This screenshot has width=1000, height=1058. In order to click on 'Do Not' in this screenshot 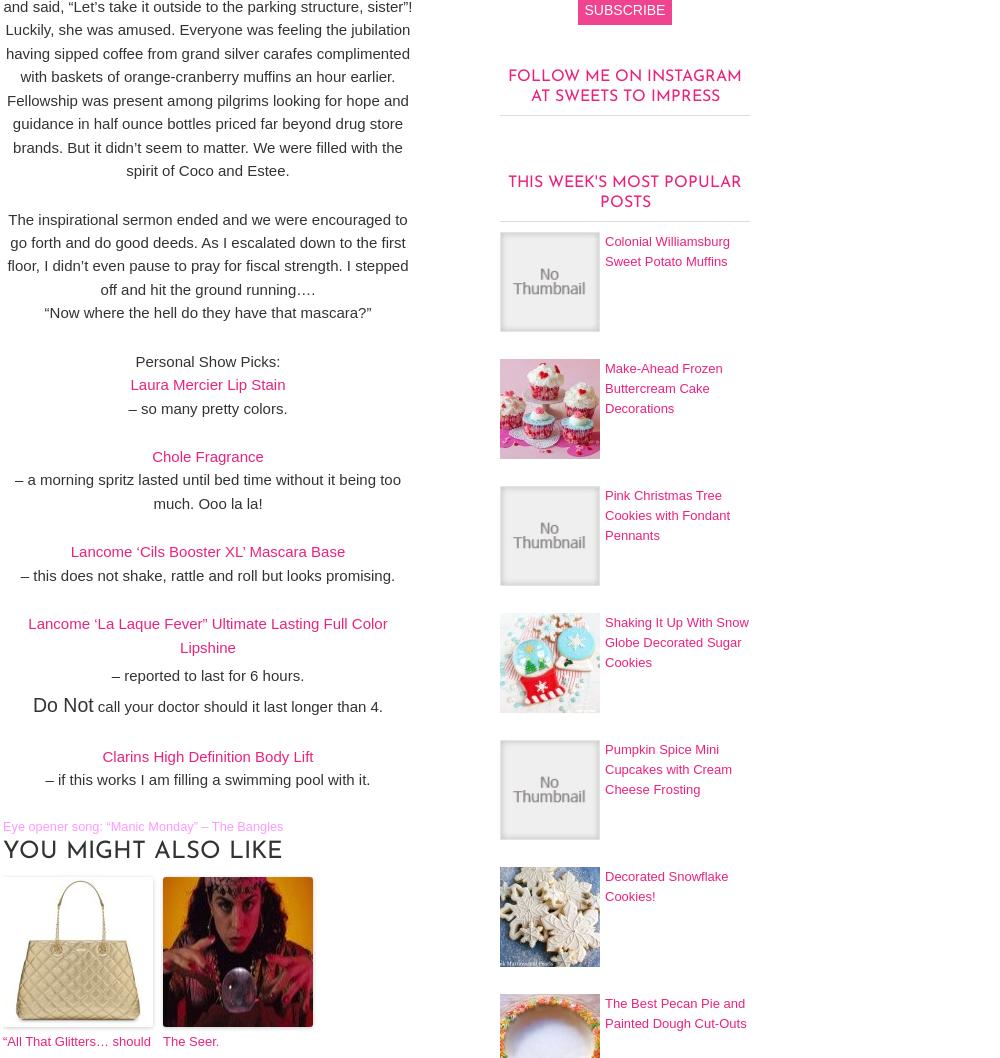, I will do `click(32, 702)`.